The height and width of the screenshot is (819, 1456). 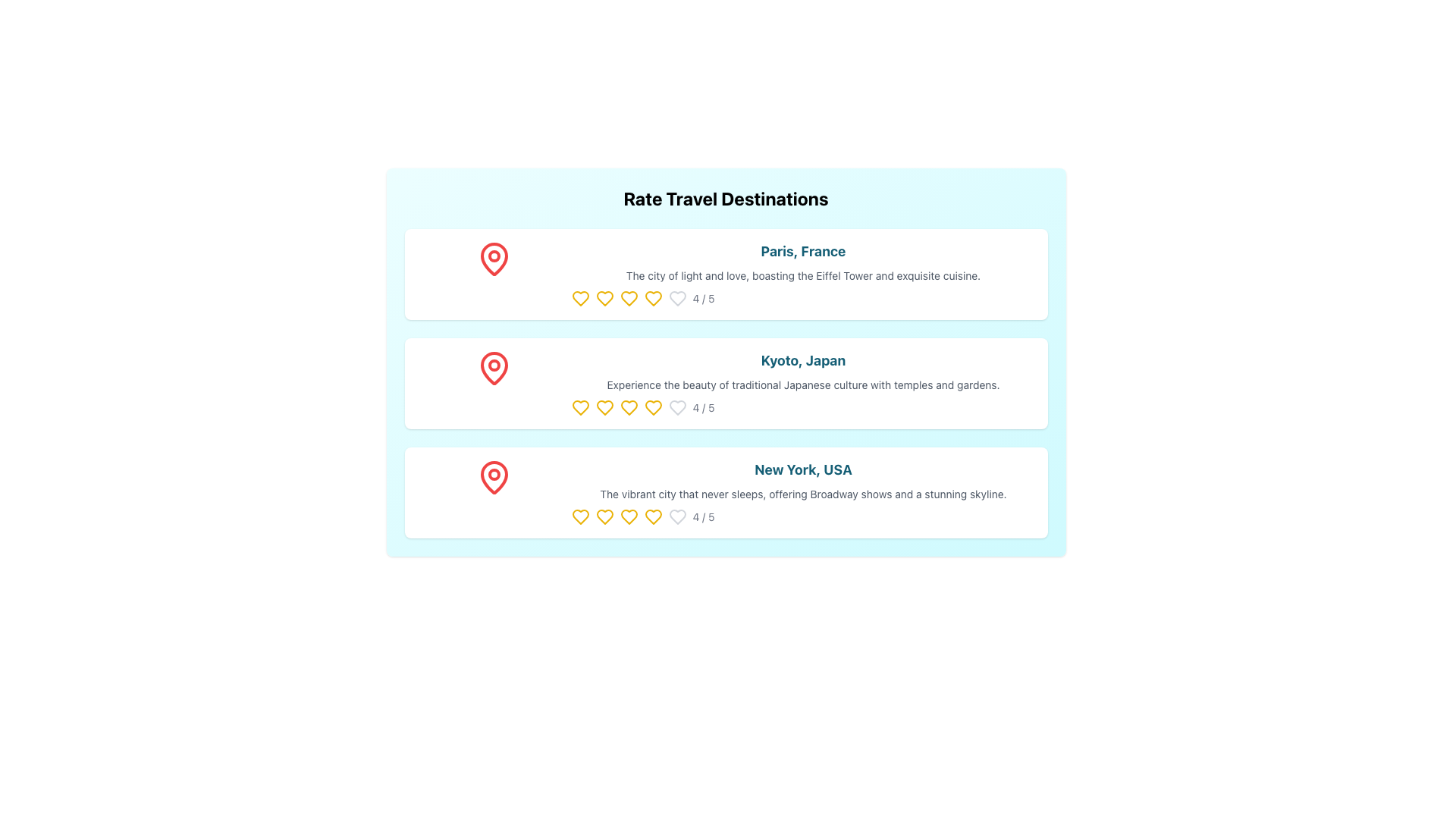 I want to click on the last icon in the second row of the rating button series, so click(x=676, y=406).